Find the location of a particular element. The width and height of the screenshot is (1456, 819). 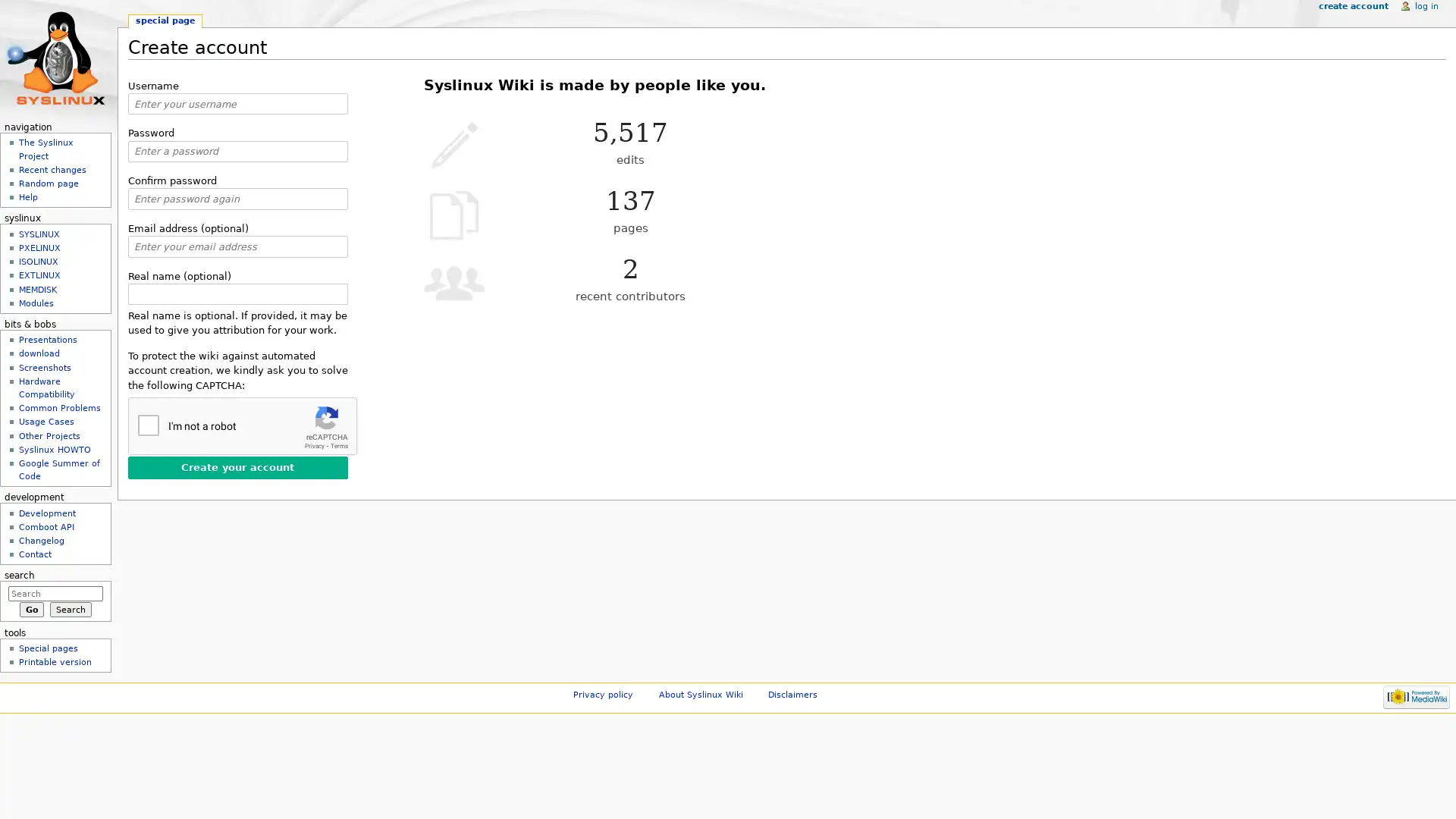

Search is located at coordinates (70, 608).